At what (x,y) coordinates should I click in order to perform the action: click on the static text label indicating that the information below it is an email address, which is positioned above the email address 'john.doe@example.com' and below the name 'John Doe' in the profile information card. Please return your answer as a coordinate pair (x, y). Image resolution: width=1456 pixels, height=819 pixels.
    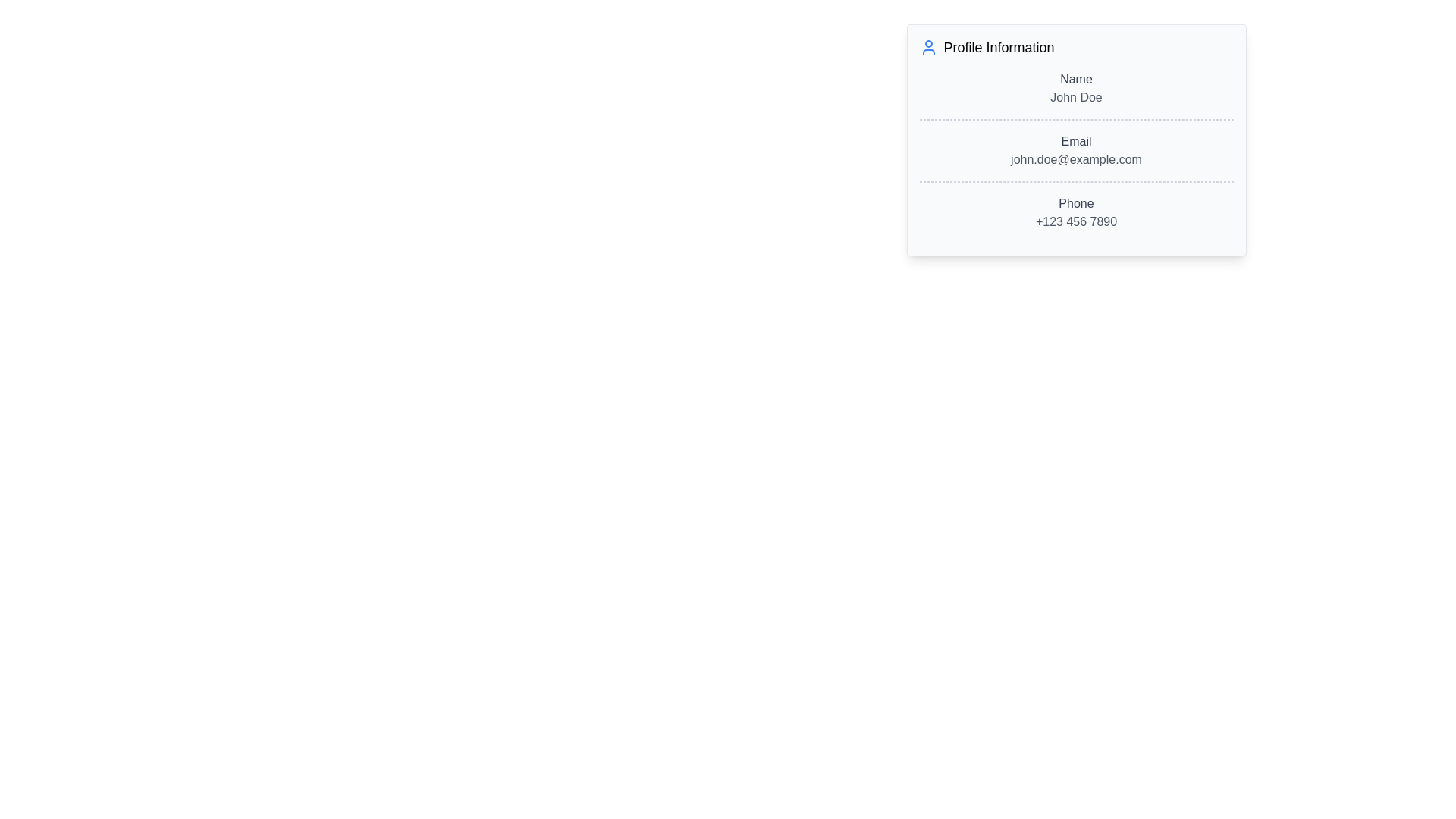
    Looking at the image, I should click on (1075, 141).